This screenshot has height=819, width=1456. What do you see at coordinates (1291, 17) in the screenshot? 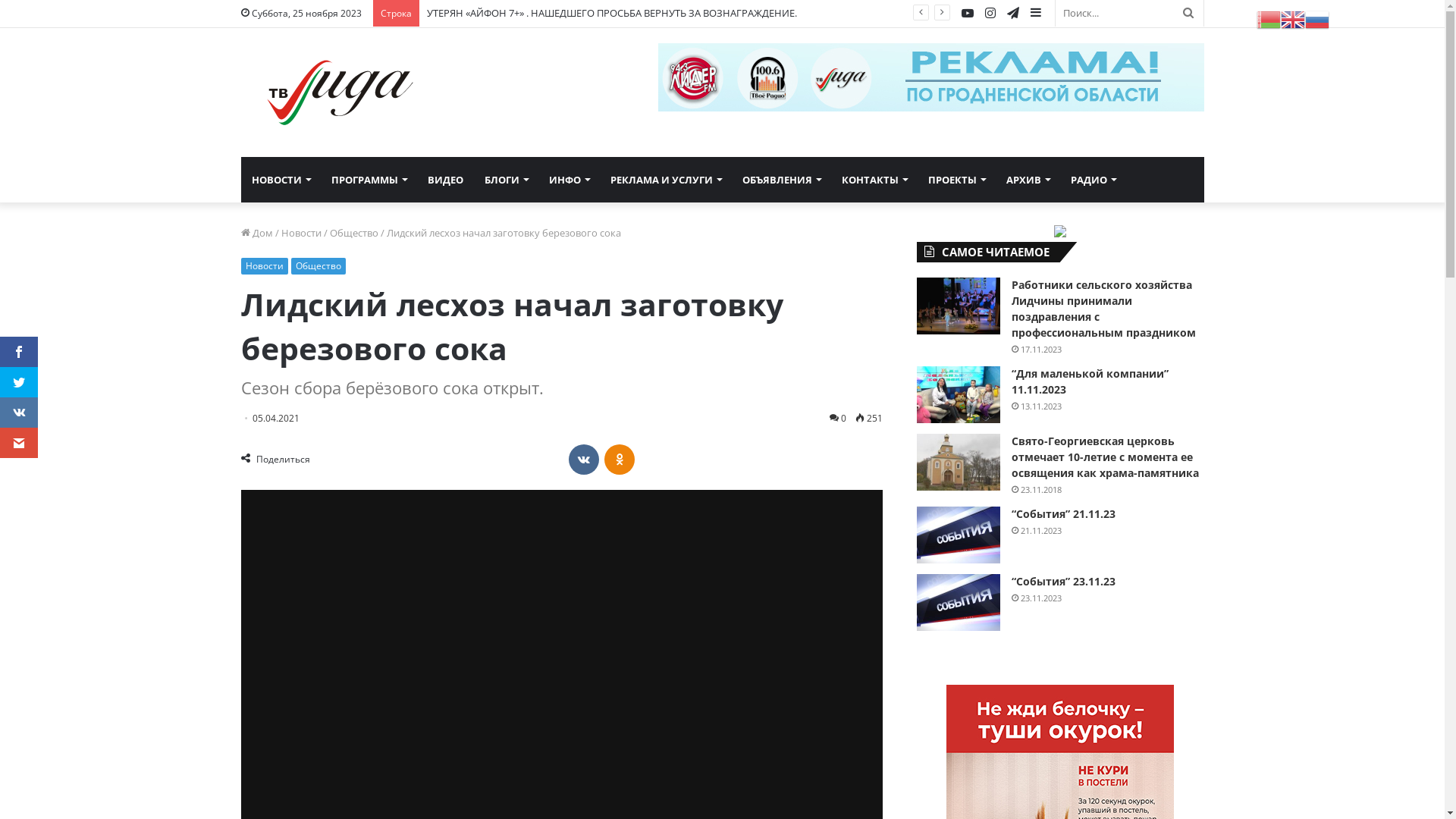
I see `'English'` at bounding box center [1291, 17].